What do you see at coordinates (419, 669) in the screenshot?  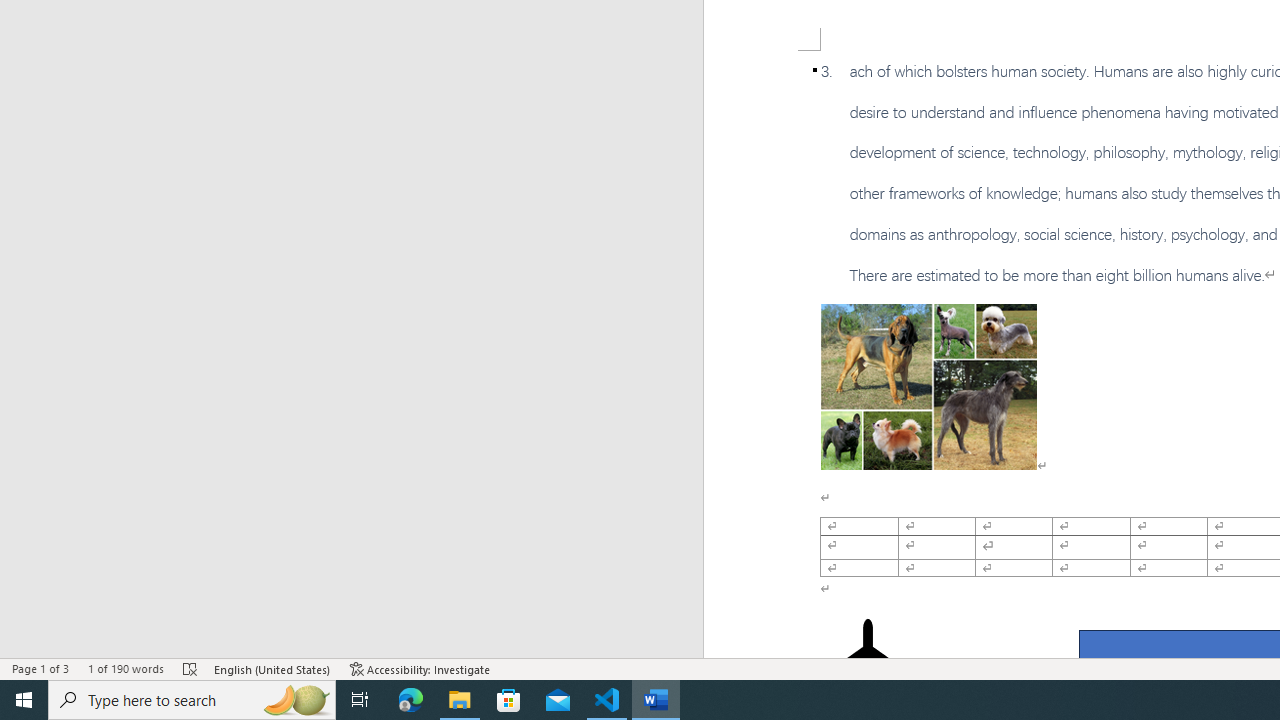 I see `'Accessibility Checker Accessibility: Investigate'` at bounding box center [419, 669].